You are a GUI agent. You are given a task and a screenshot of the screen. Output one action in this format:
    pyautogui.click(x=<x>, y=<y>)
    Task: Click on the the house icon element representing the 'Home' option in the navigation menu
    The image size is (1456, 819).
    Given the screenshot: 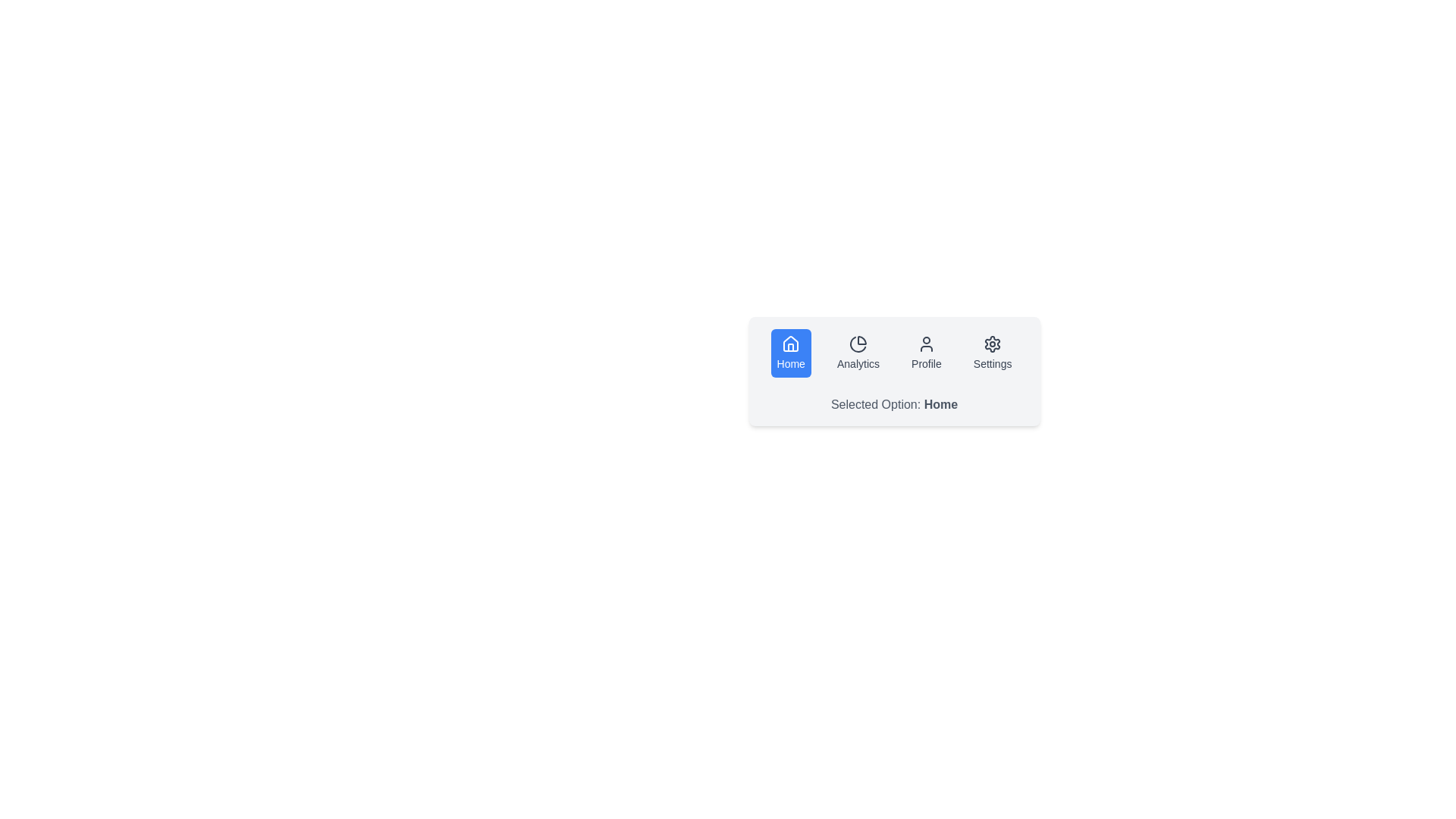 What is the action you would take?
    pyautogui.click(x=790, y=347)
    